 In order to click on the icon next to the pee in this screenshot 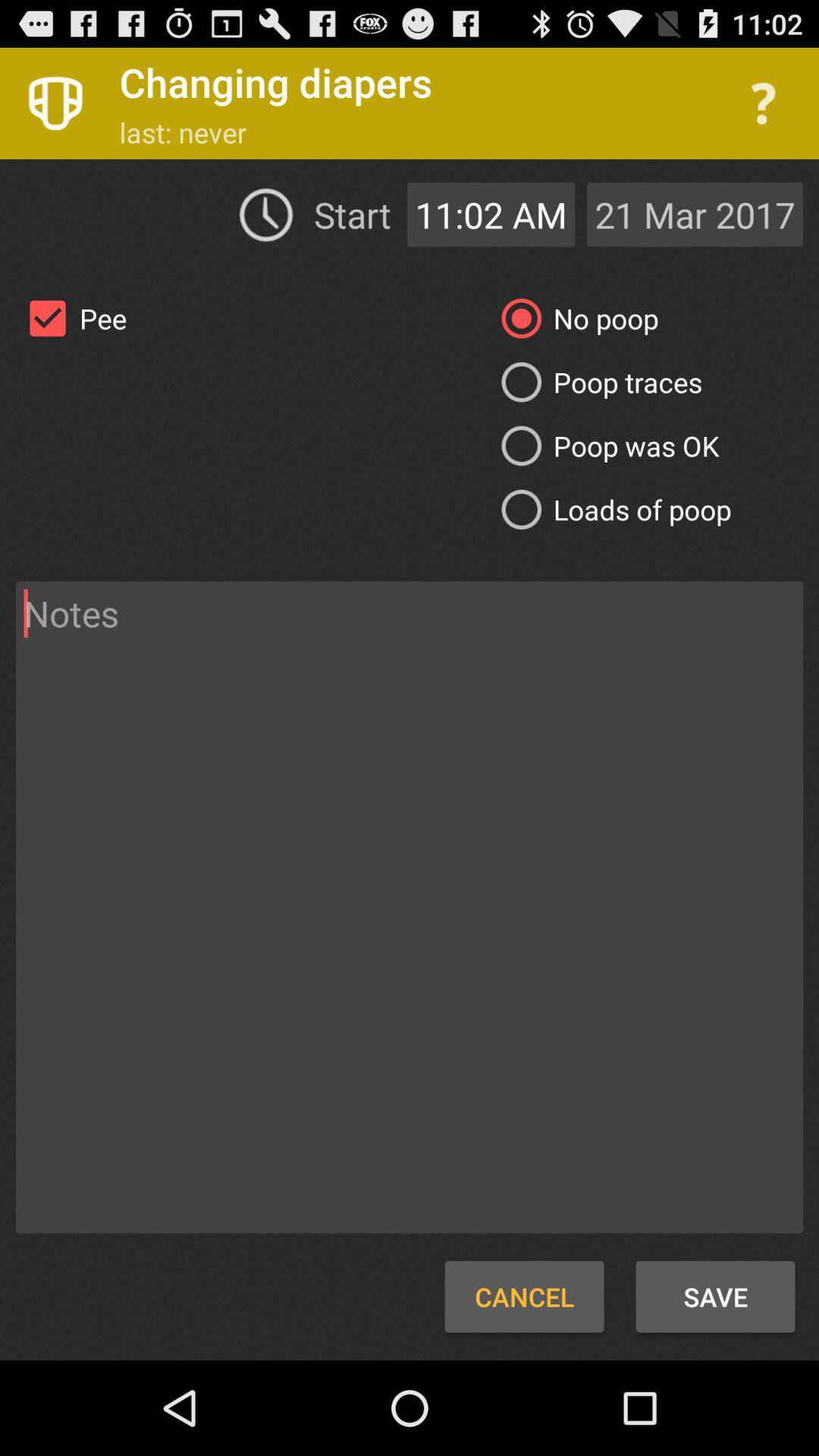, I will do `click(574, 318)`.